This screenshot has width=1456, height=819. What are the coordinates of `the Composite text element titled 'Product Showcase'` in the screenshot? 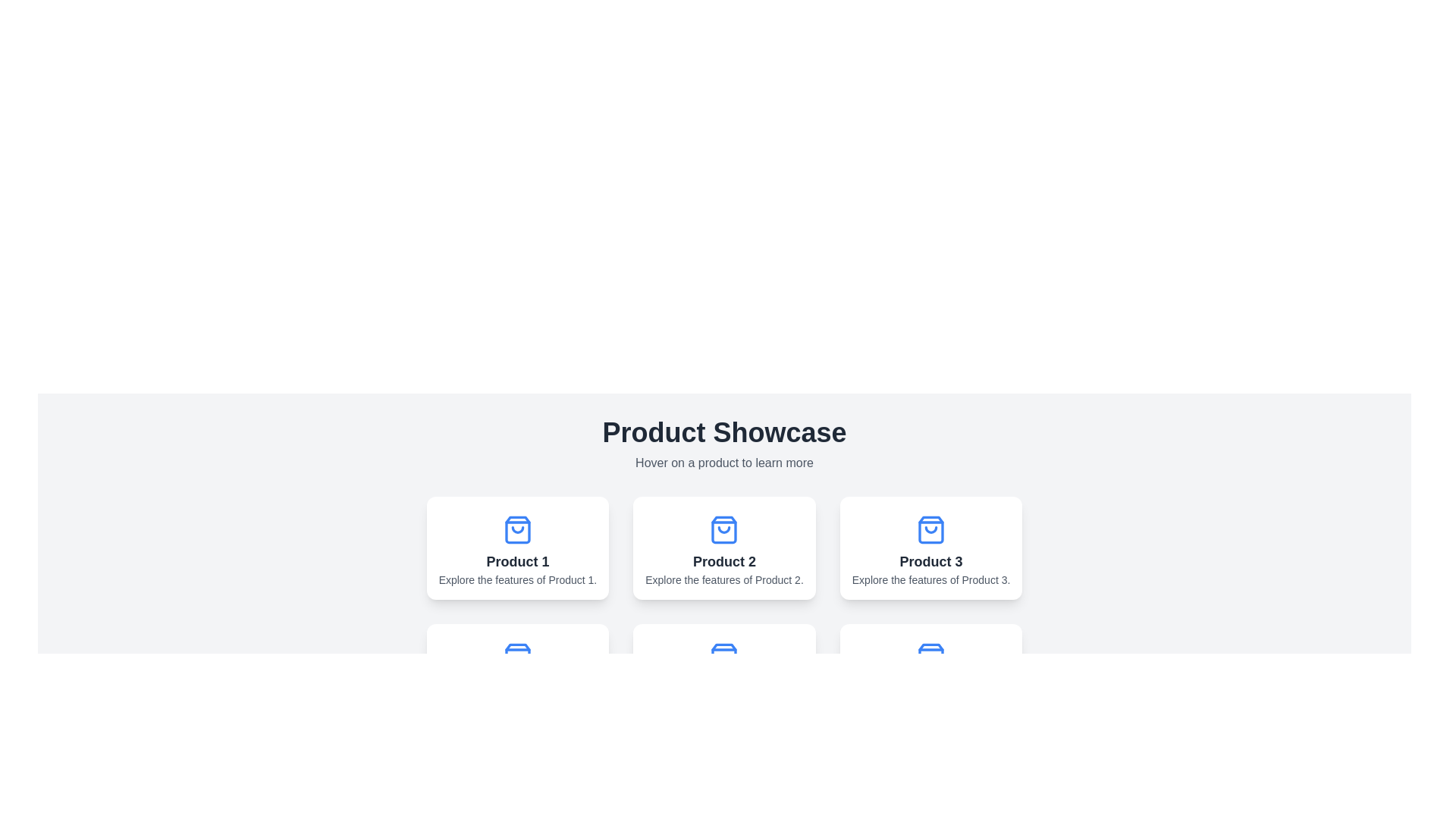 It's located at (723, 444).